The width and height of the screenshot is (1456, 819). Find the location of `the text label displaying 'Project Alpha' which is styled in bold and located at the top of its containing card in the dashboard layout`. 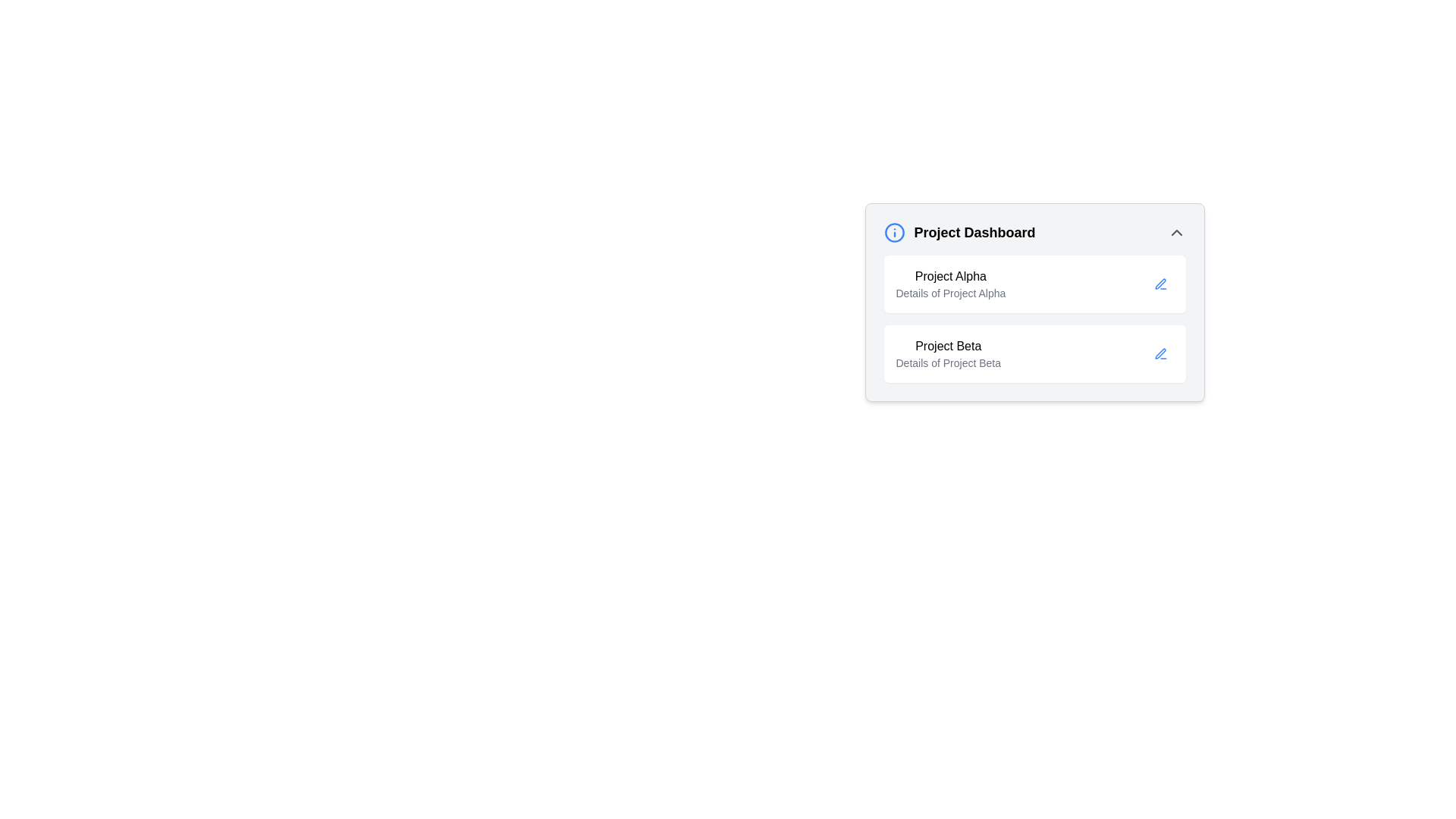

the text label displaying 'Project Alpha' which is styled in bold and located at the top of its containing card in the dashboard layout is located at coordinates (949, 277).